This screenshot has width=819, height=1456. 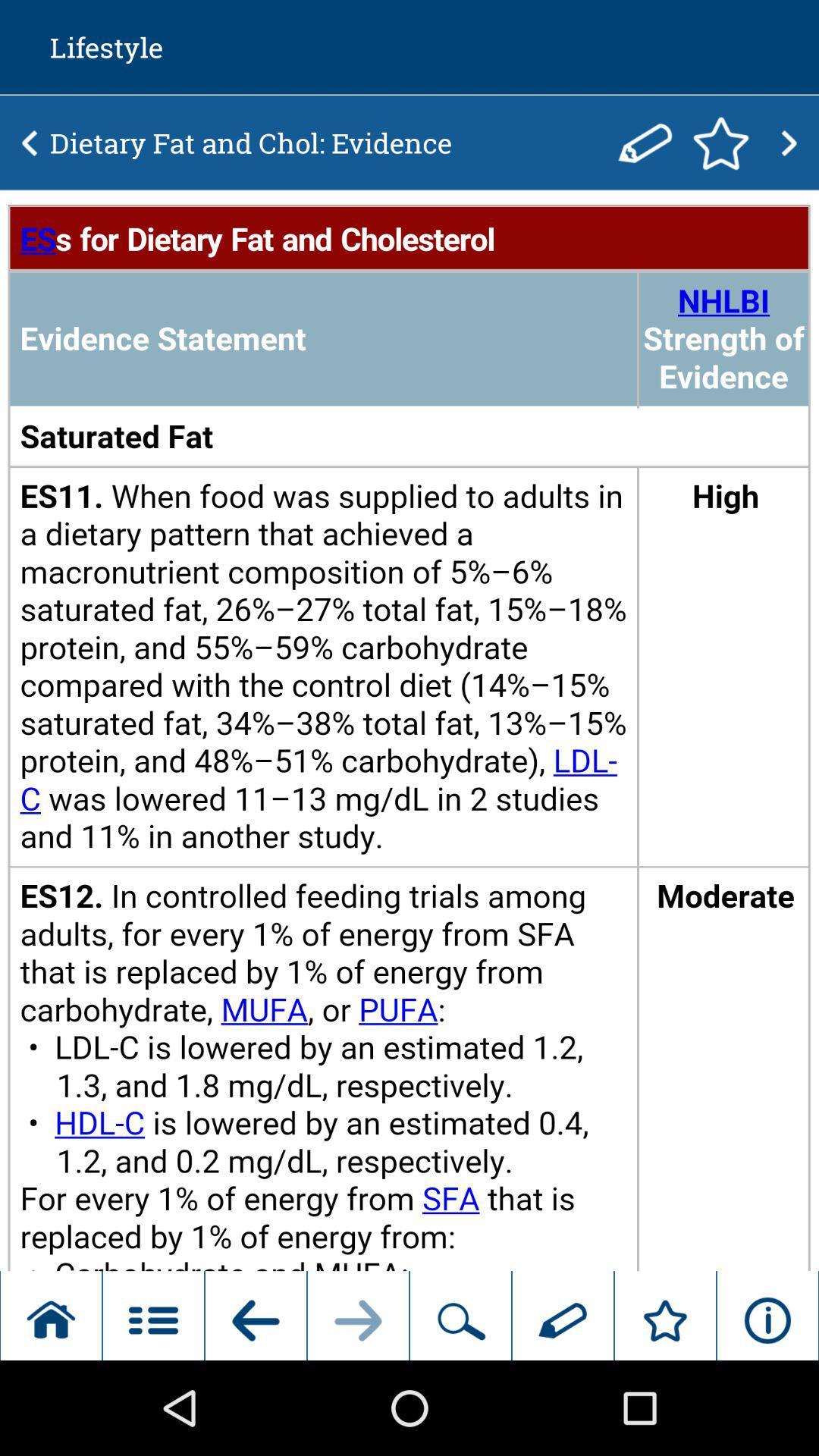 What do you see at coordinates (30, 143) in the screenshot?
I see `previous` at bounding box center [30, 143].